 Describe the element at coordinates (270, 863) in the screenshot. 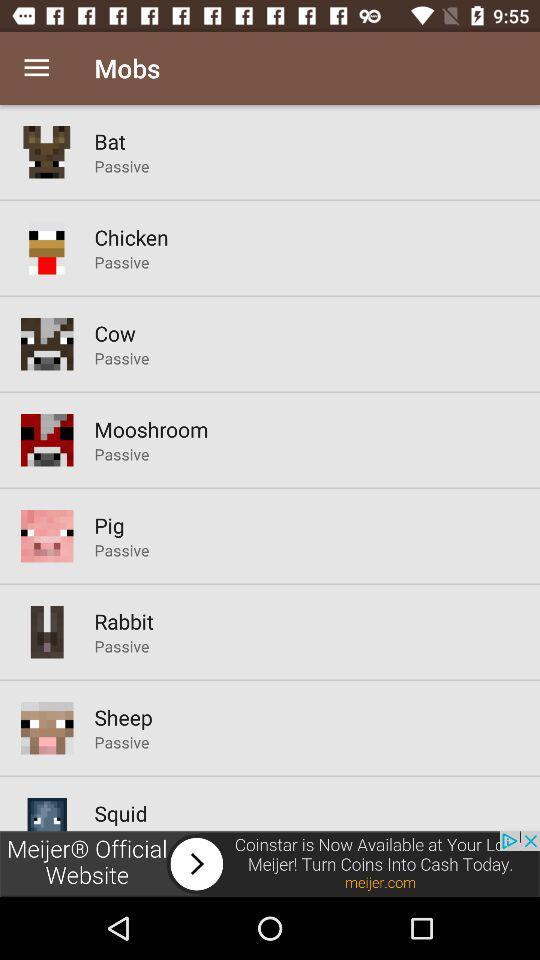

I see `advertisement` at that location.